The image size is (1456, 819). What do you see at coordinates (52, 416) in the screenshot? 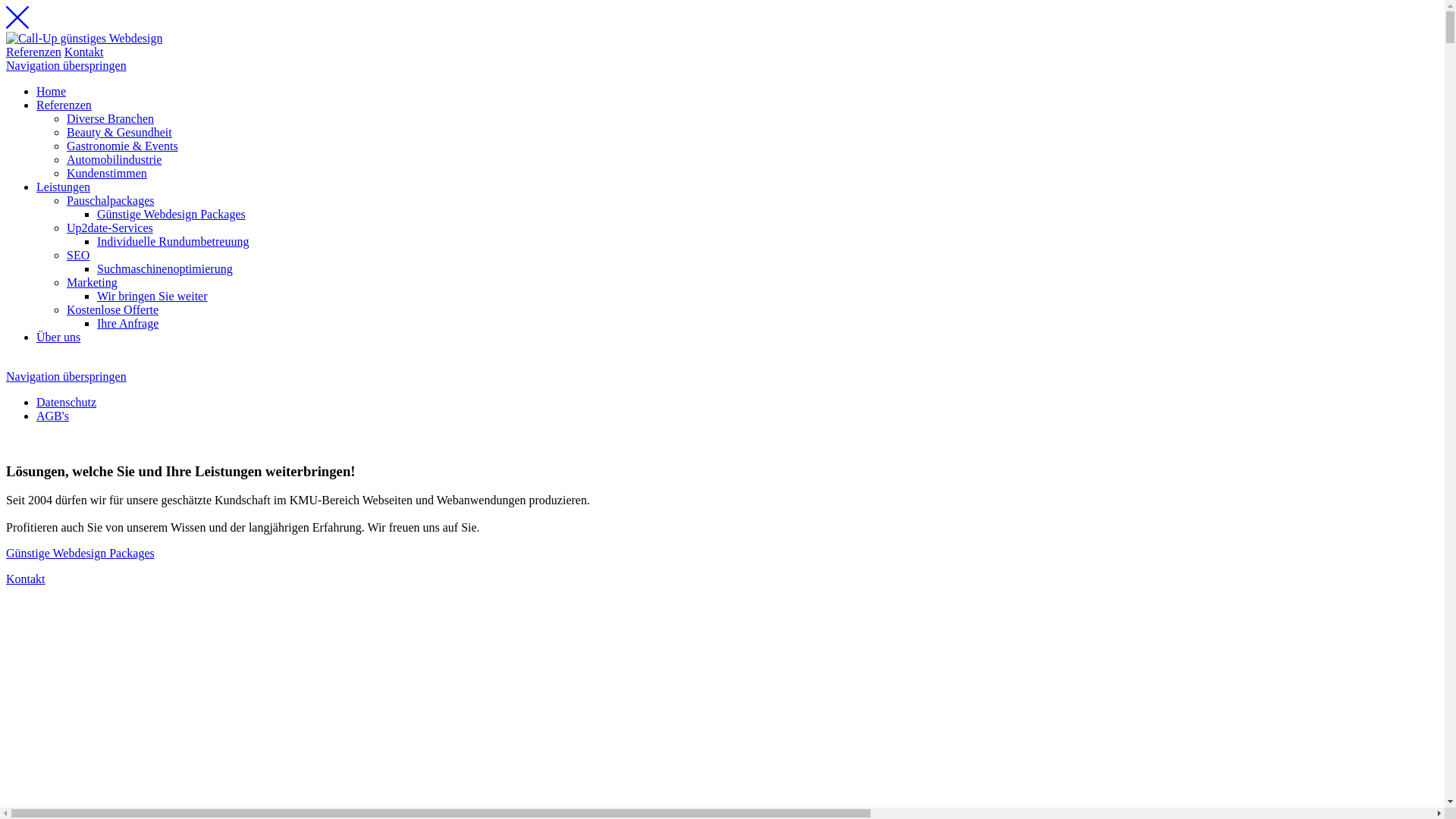
I see `'AGB's'` at bounding box center [52, 416].